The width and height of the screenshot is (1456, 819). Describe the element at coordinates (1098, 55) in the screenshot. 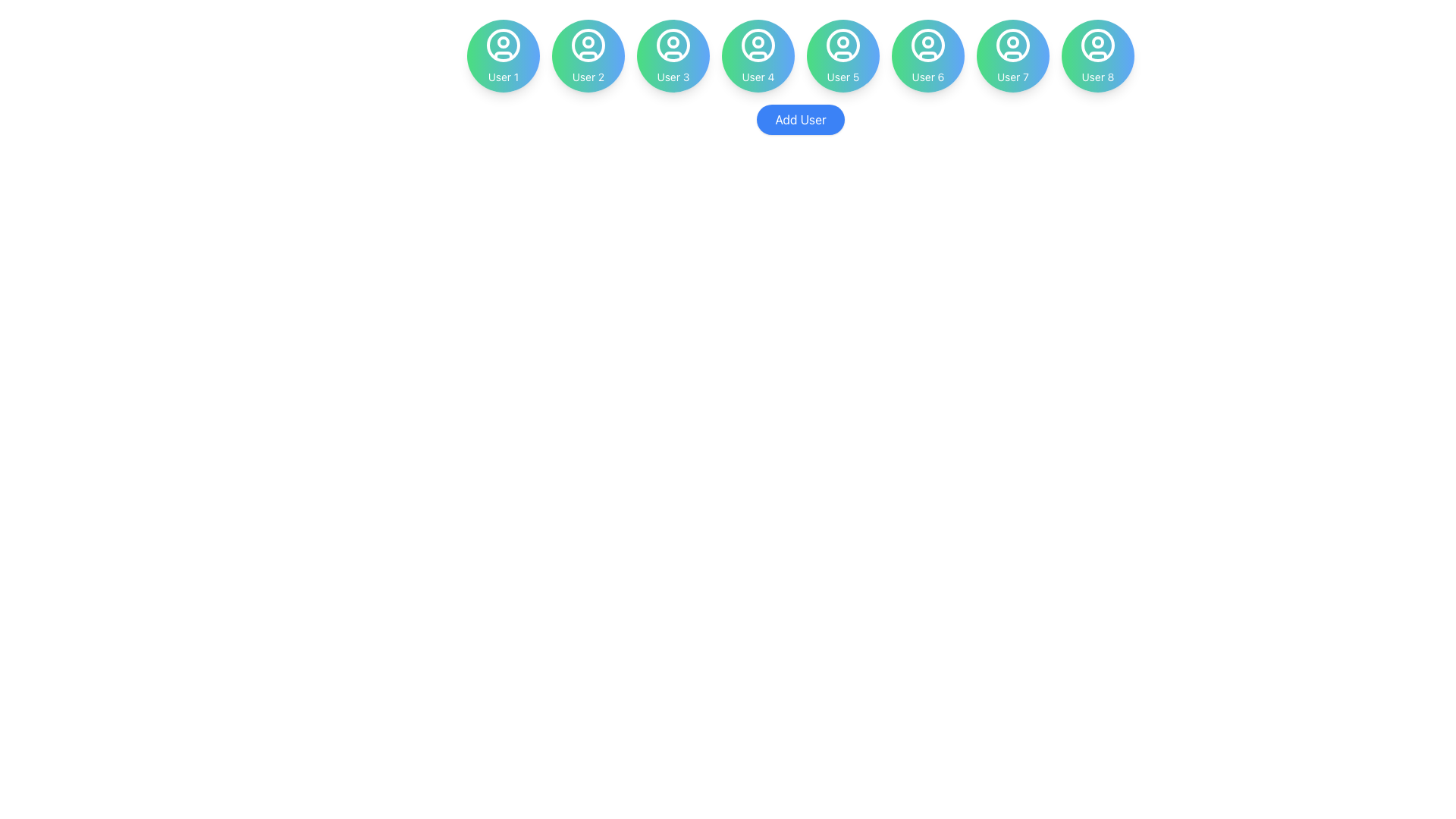

I see `the circular user button labeled 'User 8' with a gradient background transitioning from green to blue, located at the far right of the row in the top section of the interface` at that location.